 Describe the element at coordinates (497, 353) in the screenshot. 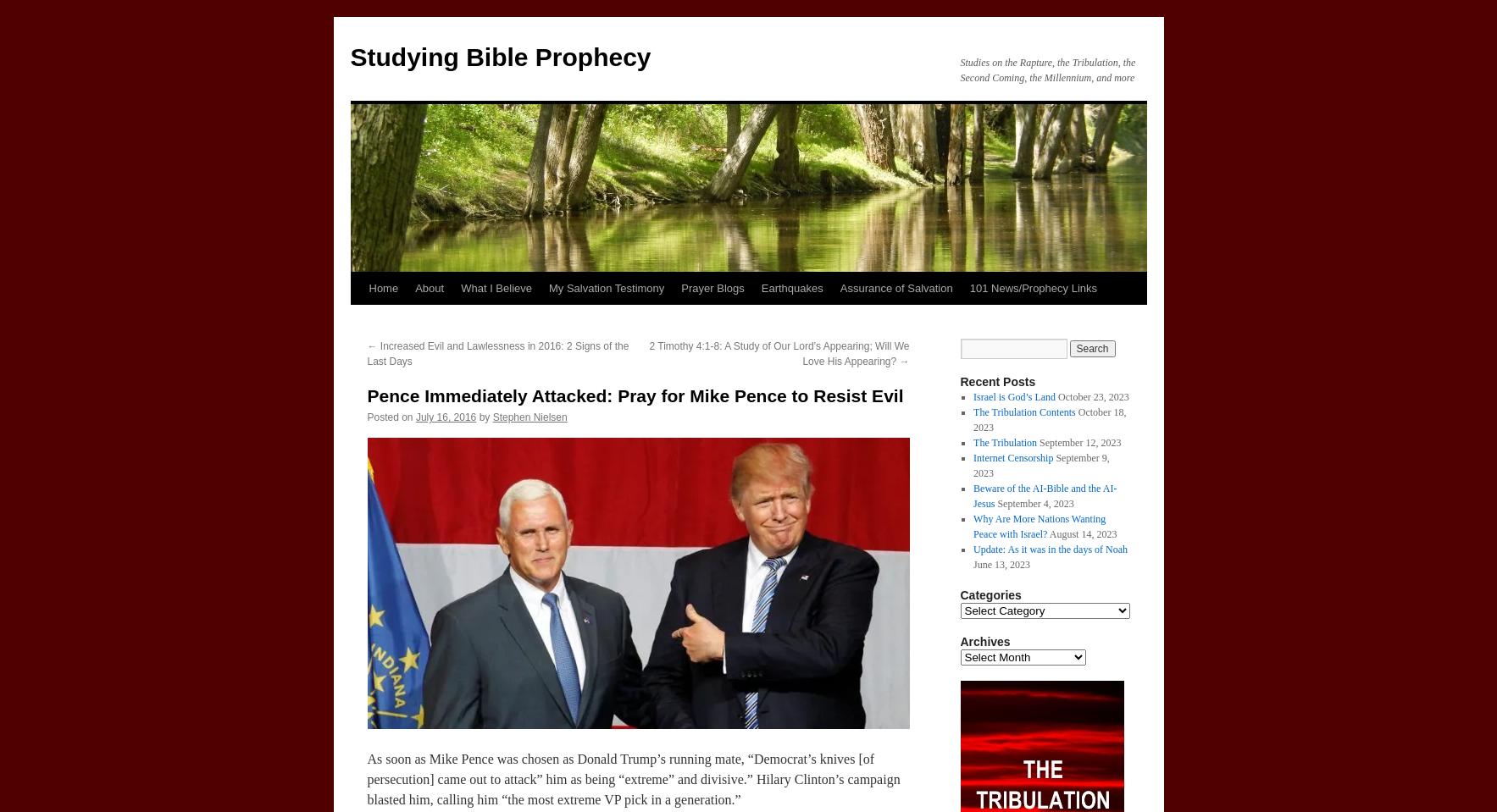

I see `'Increased Evil and Lawlessness in 2016: 2 Signs of the Last Days'` at that location.